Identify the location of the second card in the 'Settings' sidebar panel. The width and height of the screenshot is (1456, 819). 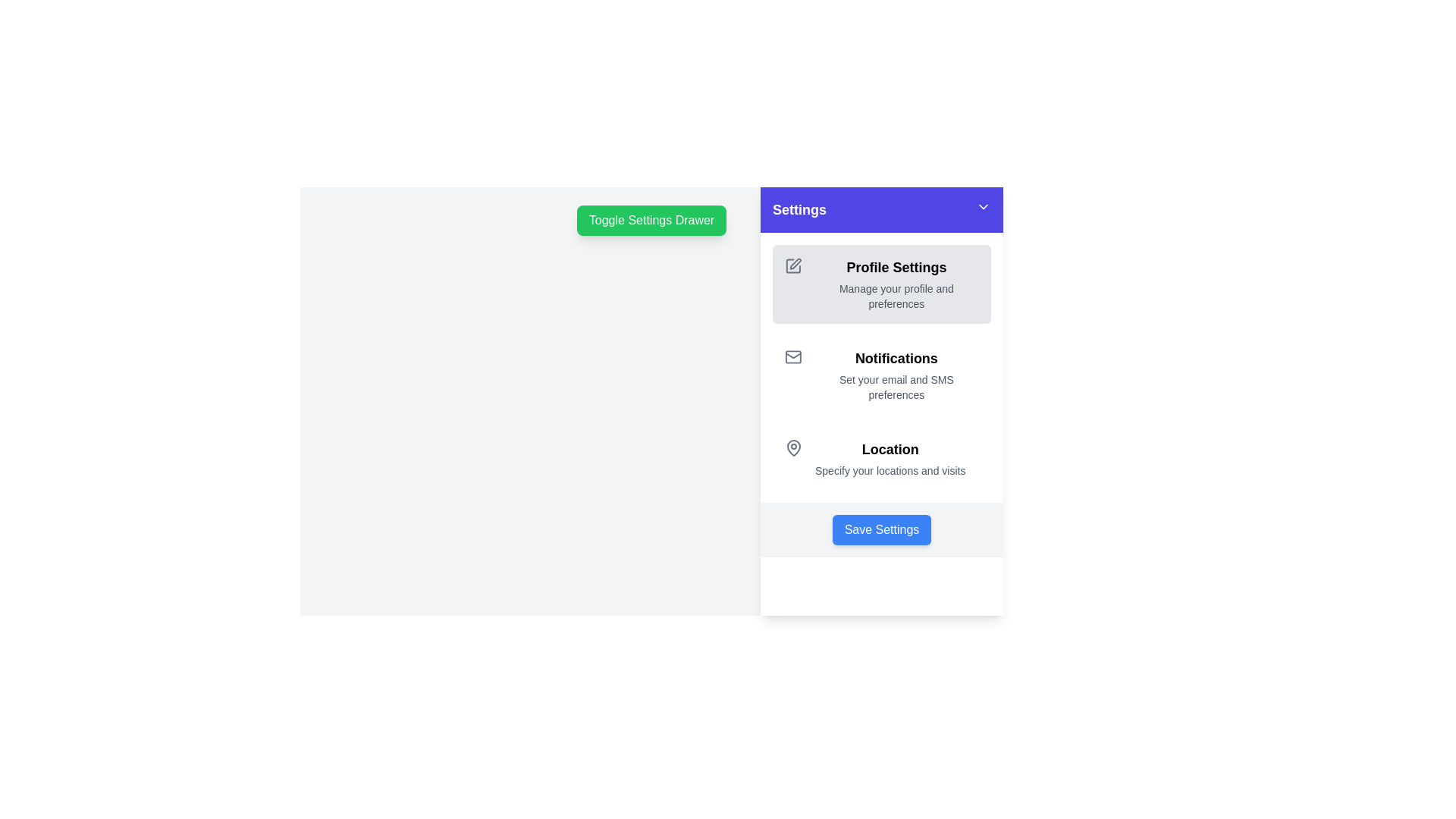
(881, 368).